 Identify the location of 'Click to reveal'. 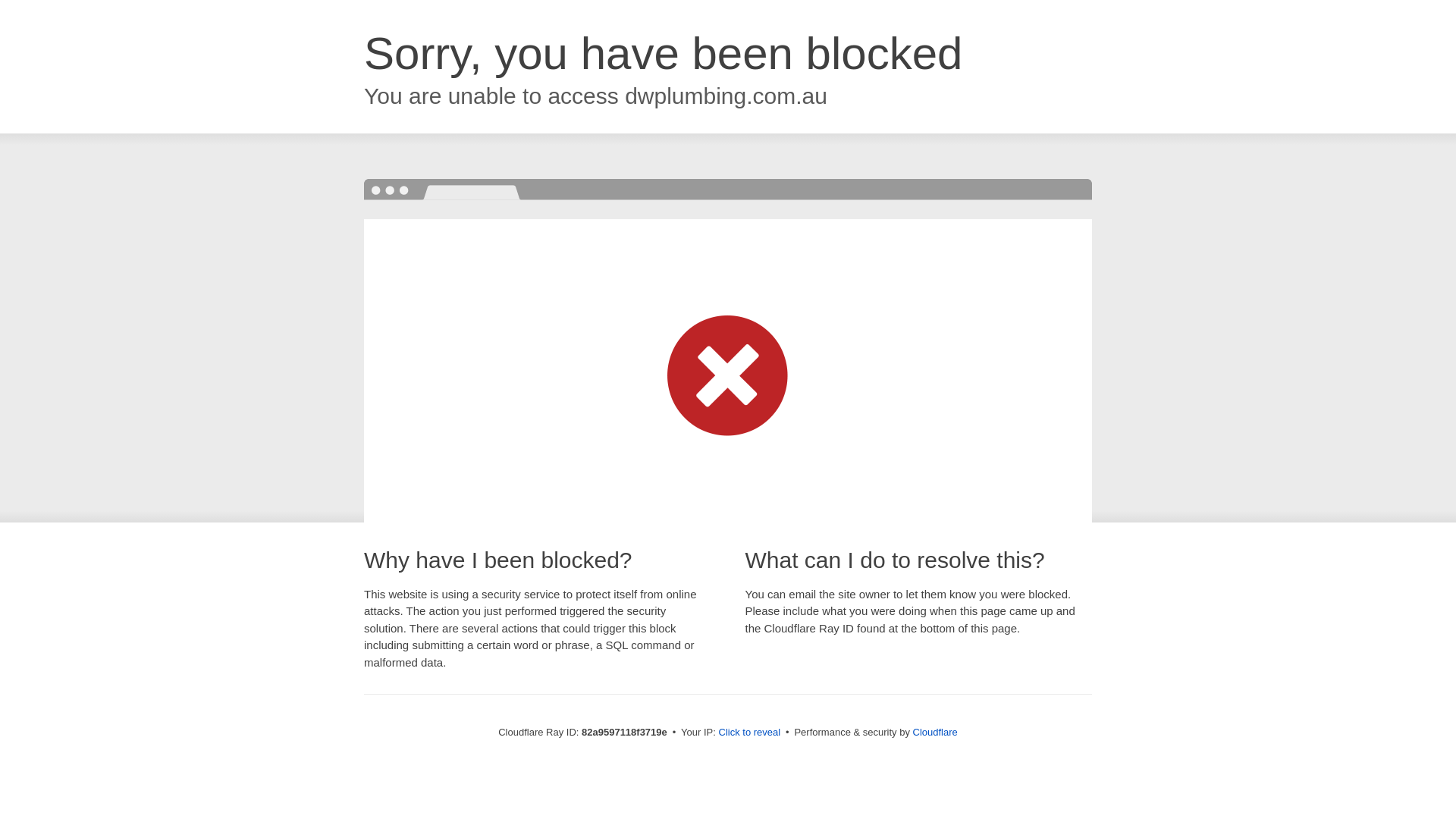
(749, 731).